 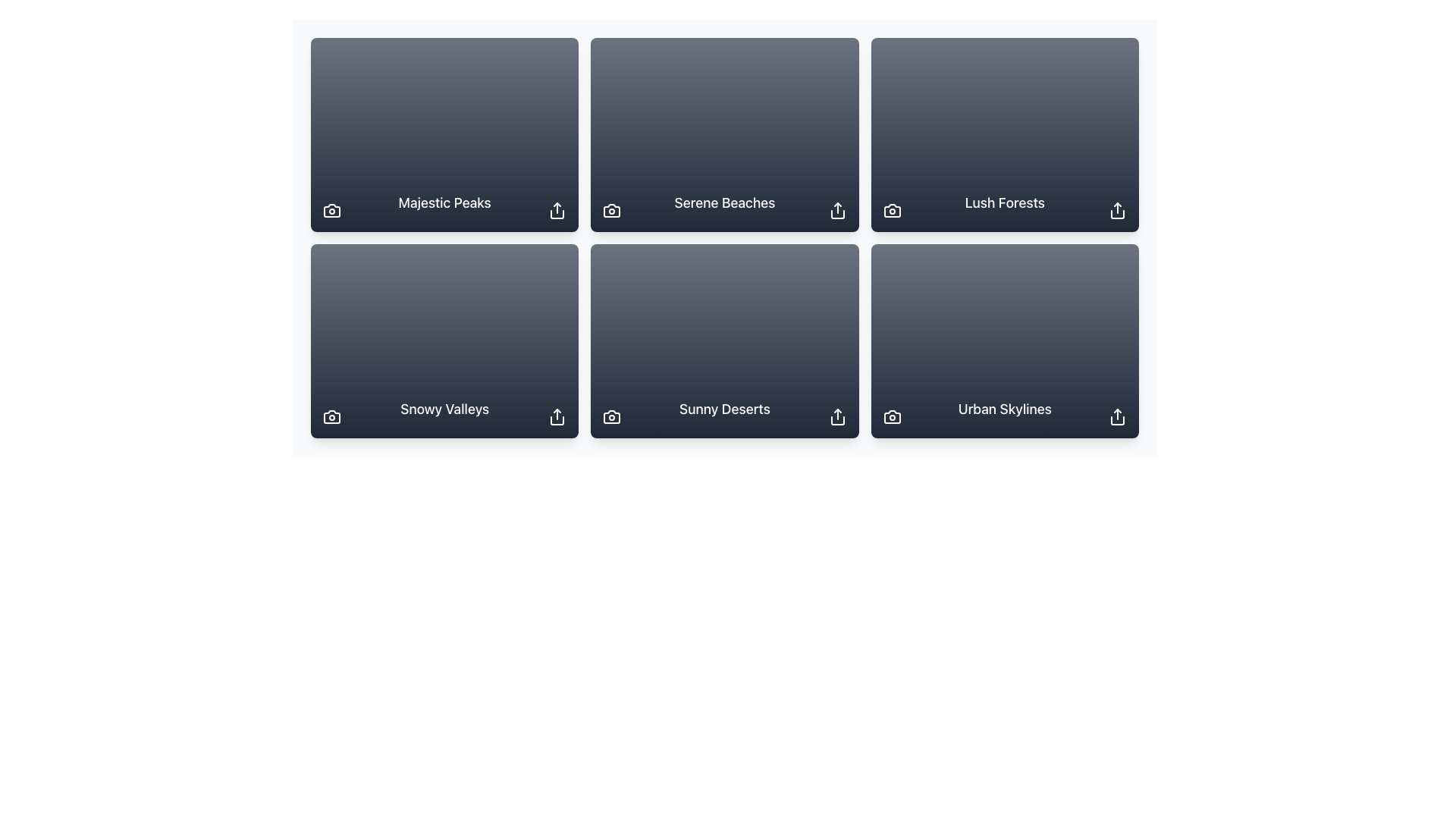 What do you see at coordinates (723, 341) in the screenshot?
I see `the 'Sunny Deserts' card element, which is located` at bounding box center [723, 341].